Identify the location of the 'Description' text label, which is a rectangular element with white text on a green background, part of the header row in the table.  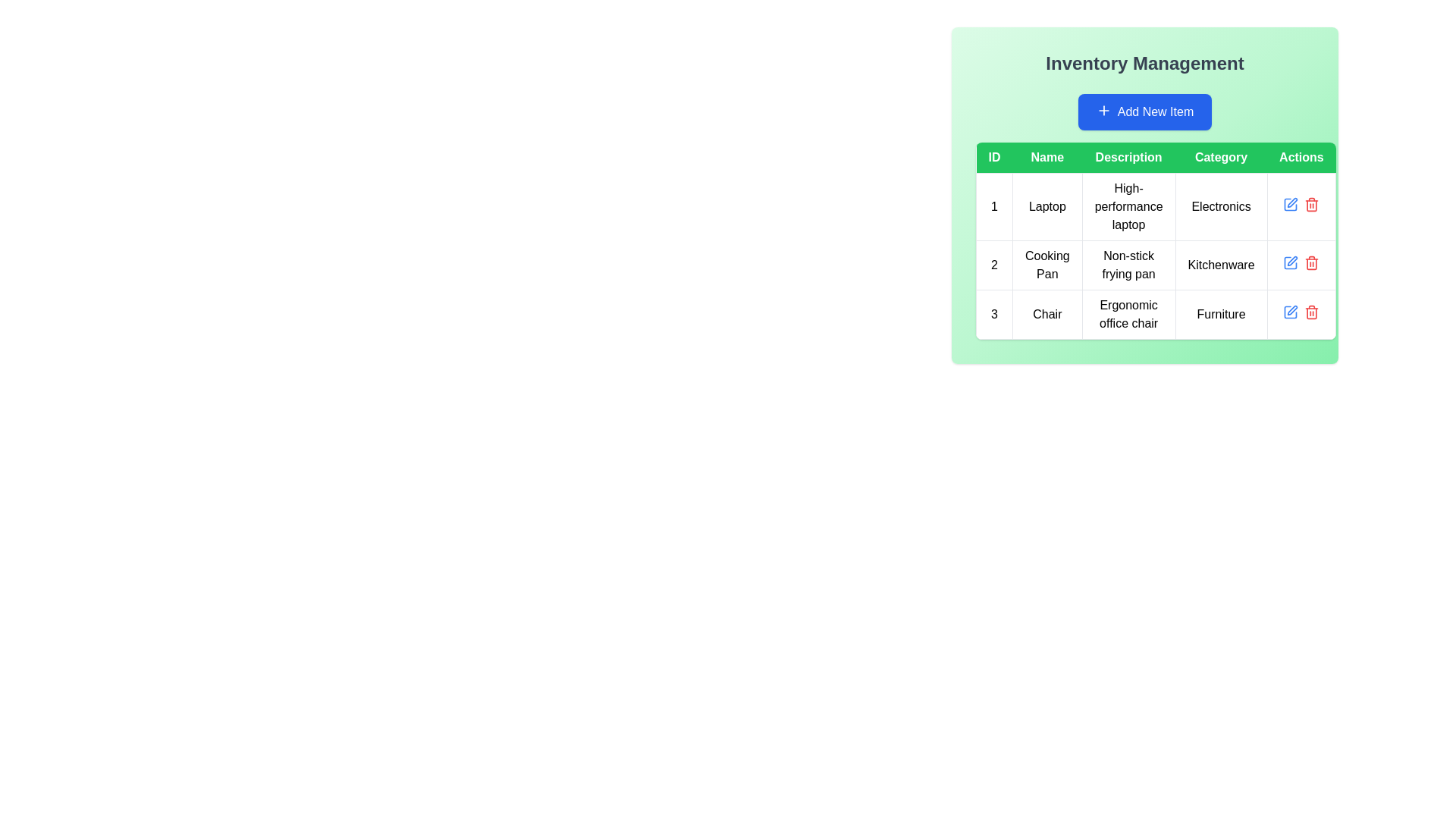
(1128, 158).